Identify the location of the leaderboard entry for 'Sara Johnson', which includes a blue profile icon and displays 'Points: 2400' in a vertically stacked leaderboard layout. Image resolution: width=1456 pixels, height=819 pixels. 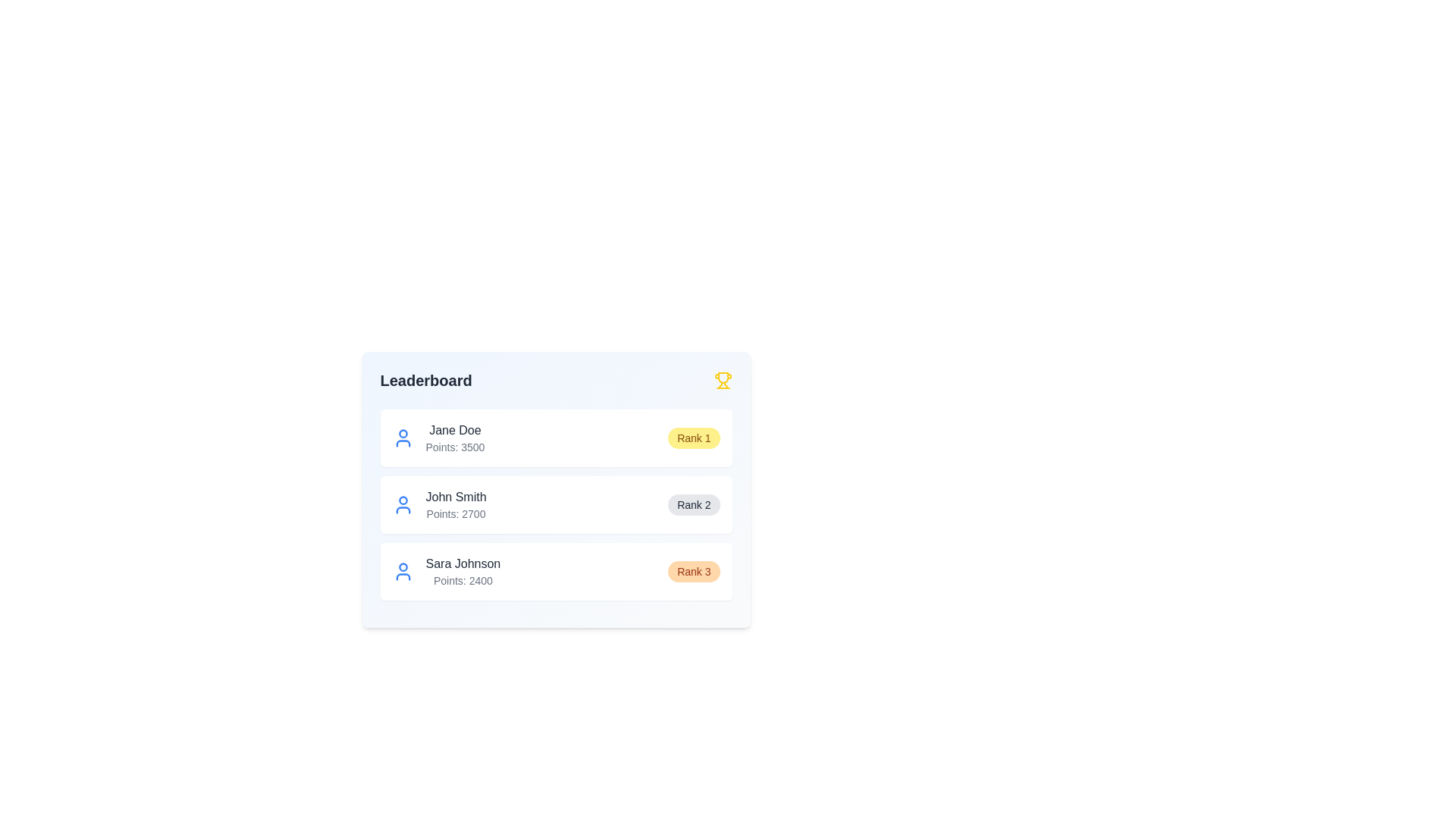
(445, 571).